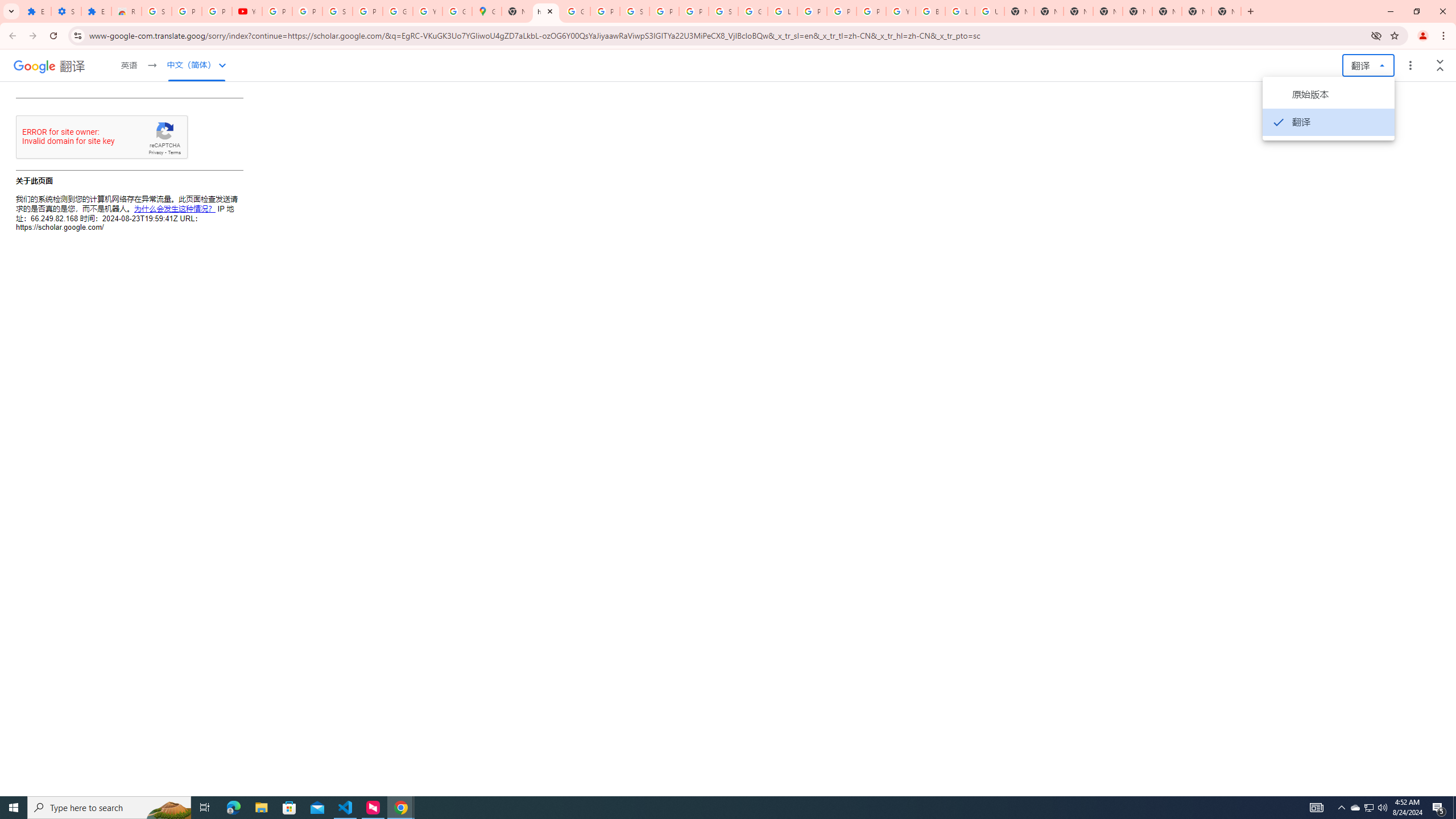 Image resolution: width=1456 pixels, height=819 pixels. Describe the element at coordinates (1226, 11) in the screenshot. I see `'New Tab'` at that location.